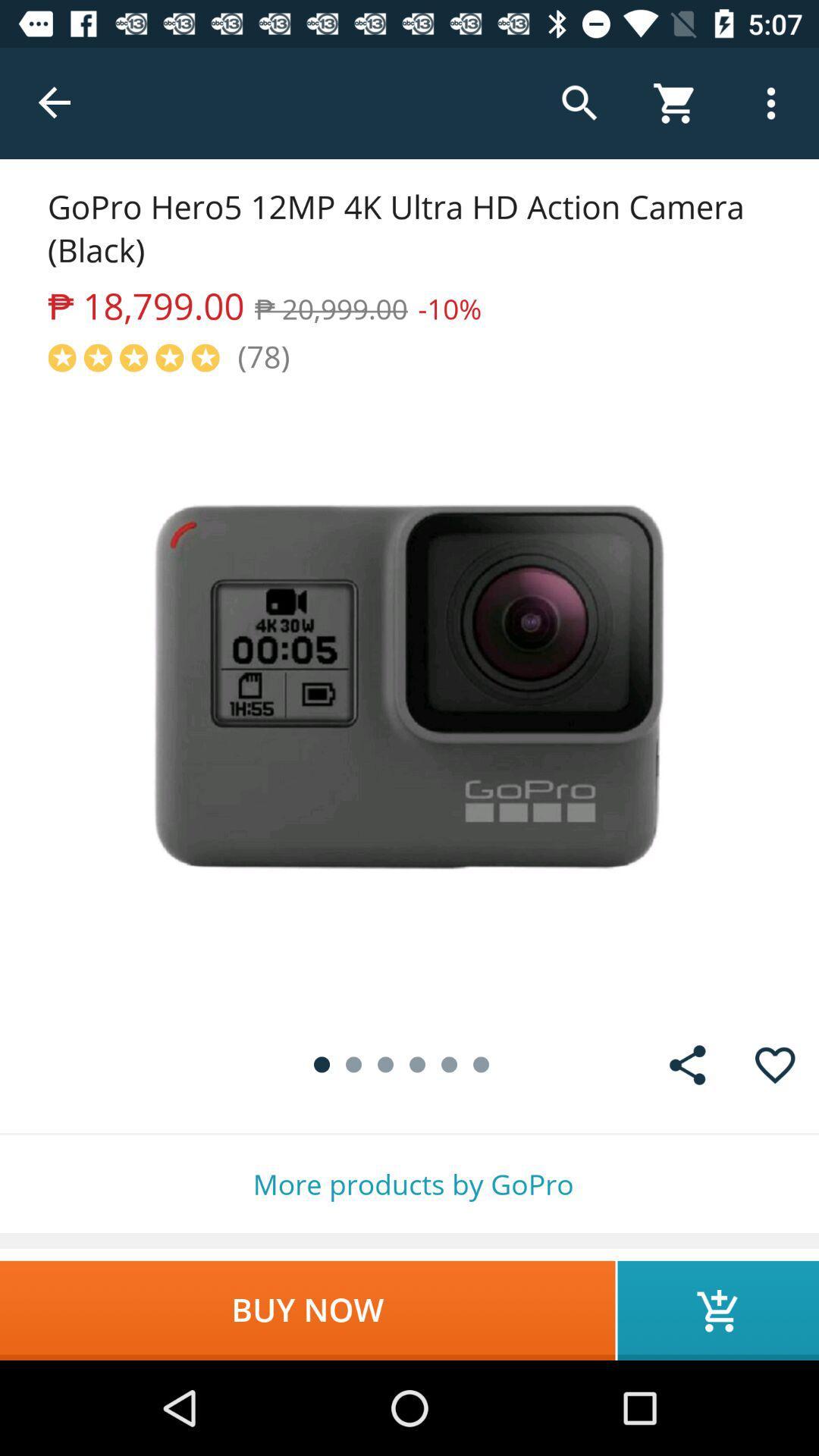 The width and height of the screenshot is (819, 1456). What do you see at coordinates (409, 698) in the screenshot?
I see `zoom on picture` at bounding box center [409, 698].